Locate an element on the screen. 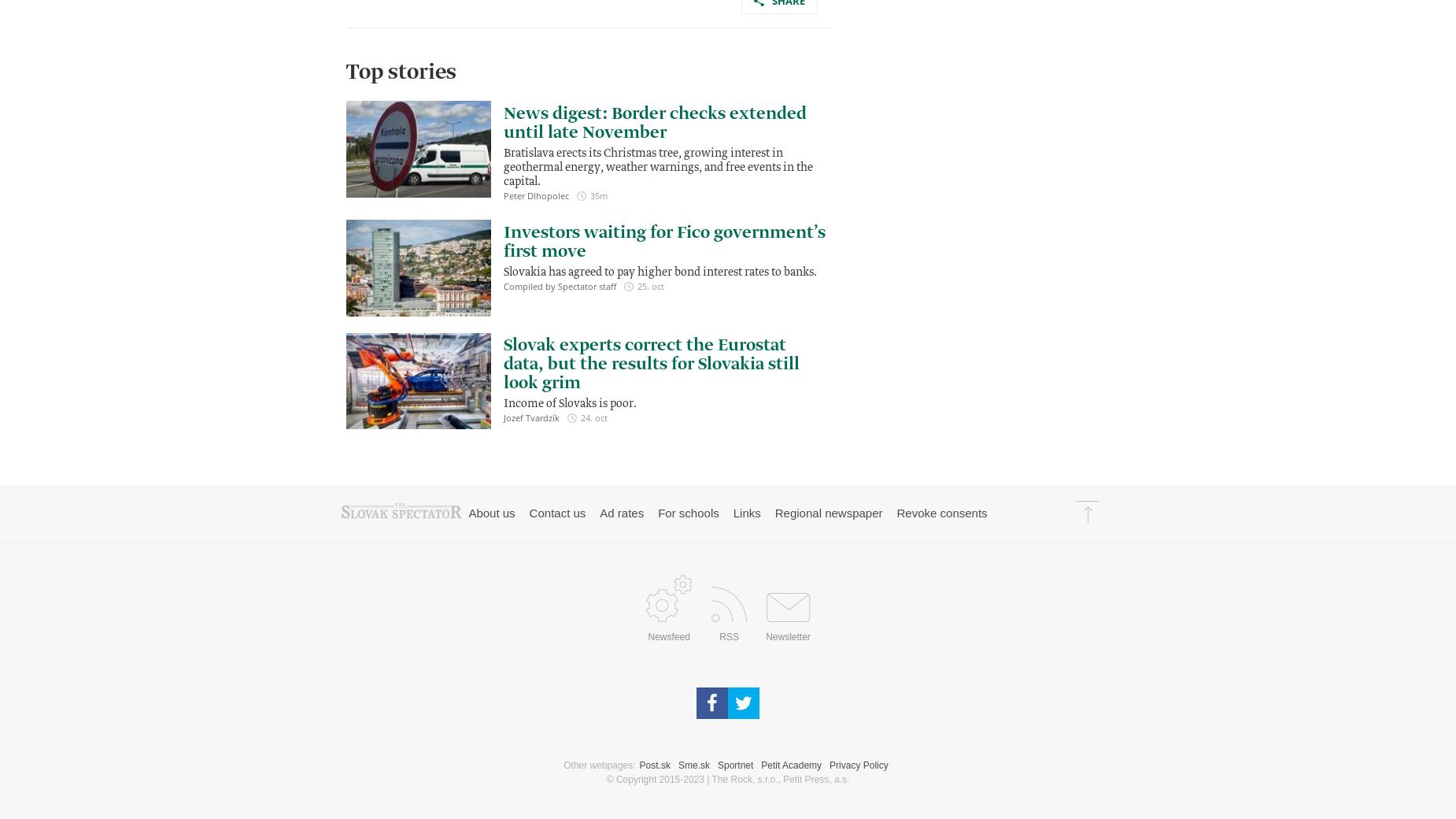 Image resolution: width=1456 pixels, height=819 pixels. 'Revoke consents' is located at coordinates (940, 784).